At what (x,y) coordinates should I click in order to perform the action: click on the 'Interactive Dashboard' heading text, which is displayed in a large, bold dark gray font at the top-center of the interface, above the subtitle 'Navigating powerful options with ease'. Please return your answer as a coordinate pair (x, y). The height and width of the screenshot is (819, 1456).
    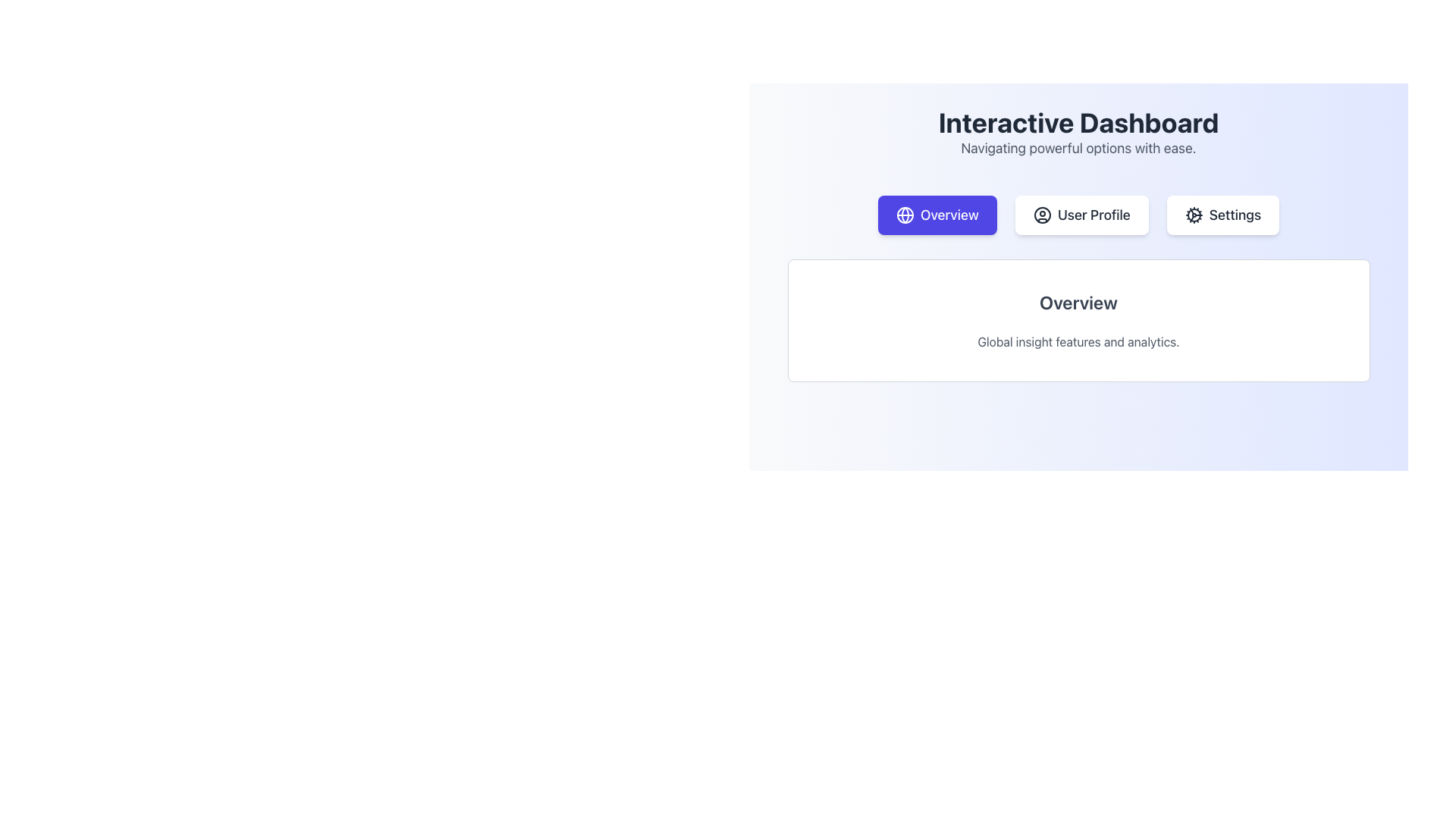
    Looking at the image, I should click on (1078, 122).